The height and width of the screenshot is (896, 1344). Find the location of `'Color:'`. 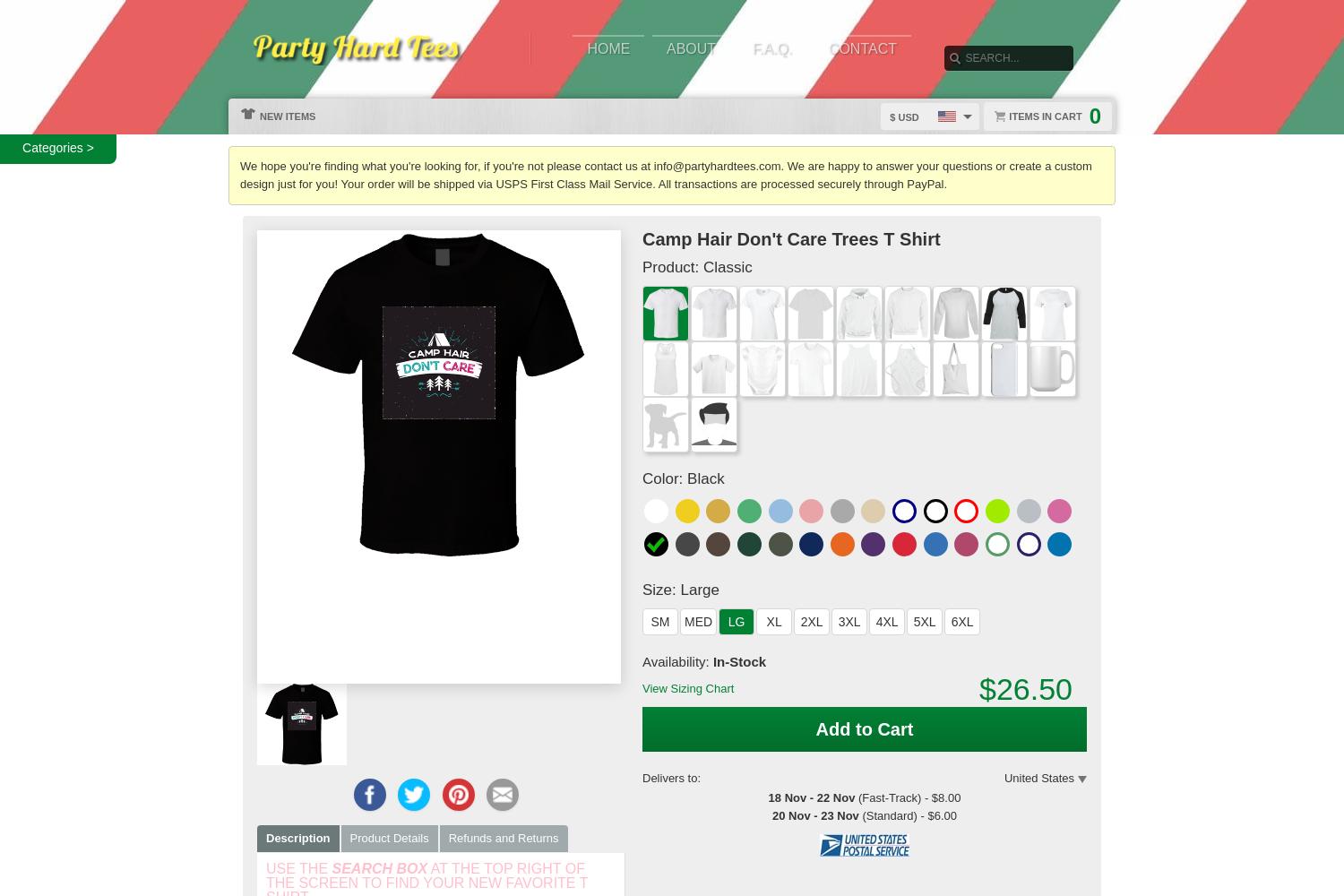

'Color:' is located at coordinates (664, 478).